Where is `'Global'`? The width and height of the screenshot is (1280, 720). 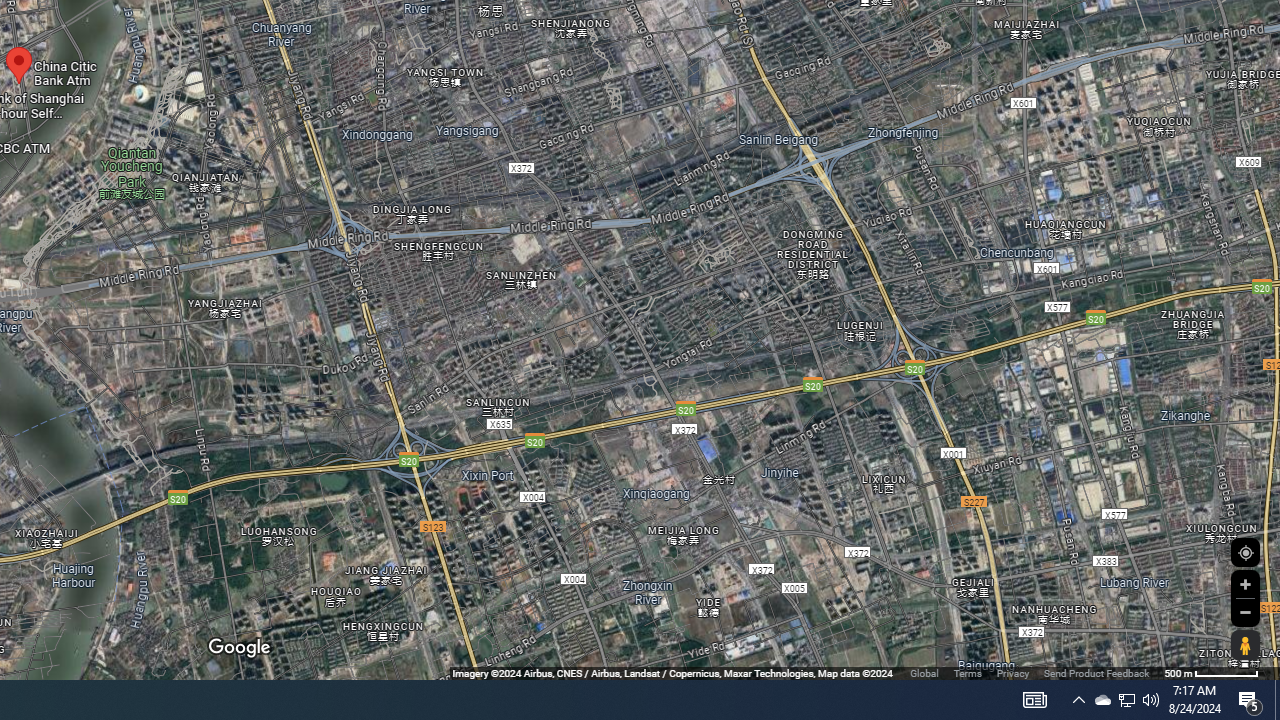
'Global' is located at coordinates (923, 673).